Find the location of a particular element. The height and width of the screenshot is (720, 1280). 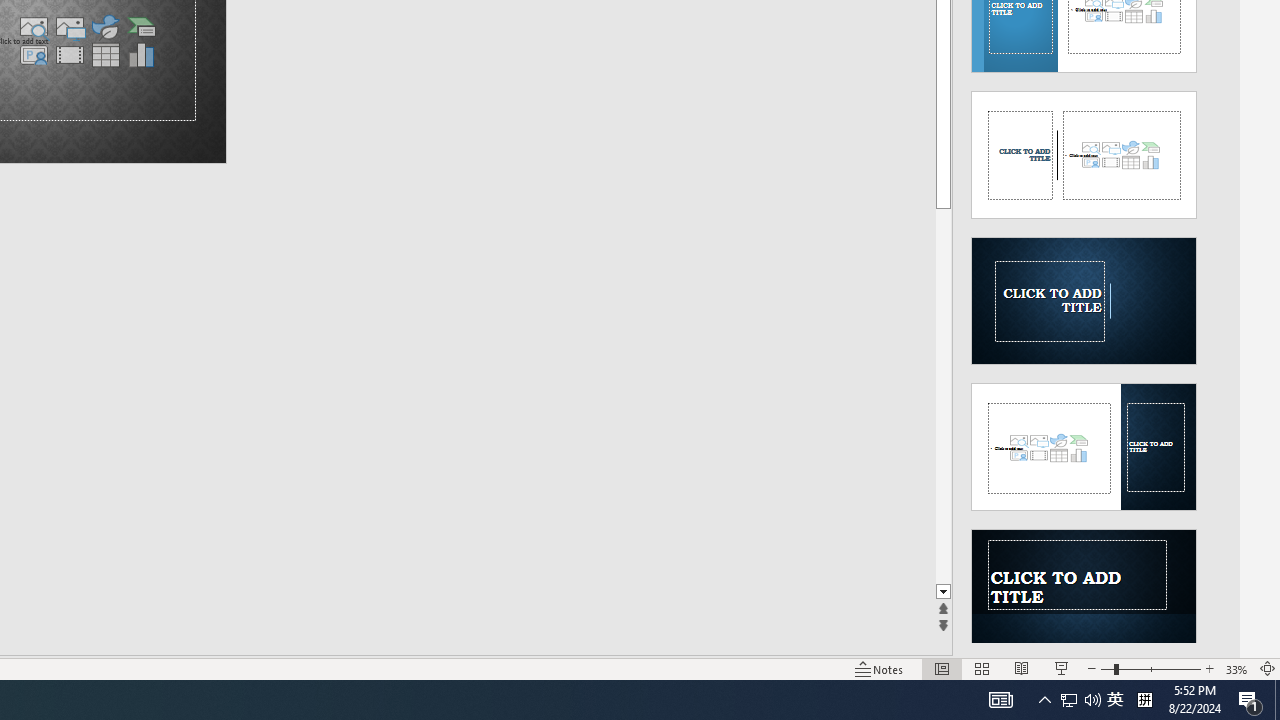

'Design Idea' is located at coordinates (1083, 586).